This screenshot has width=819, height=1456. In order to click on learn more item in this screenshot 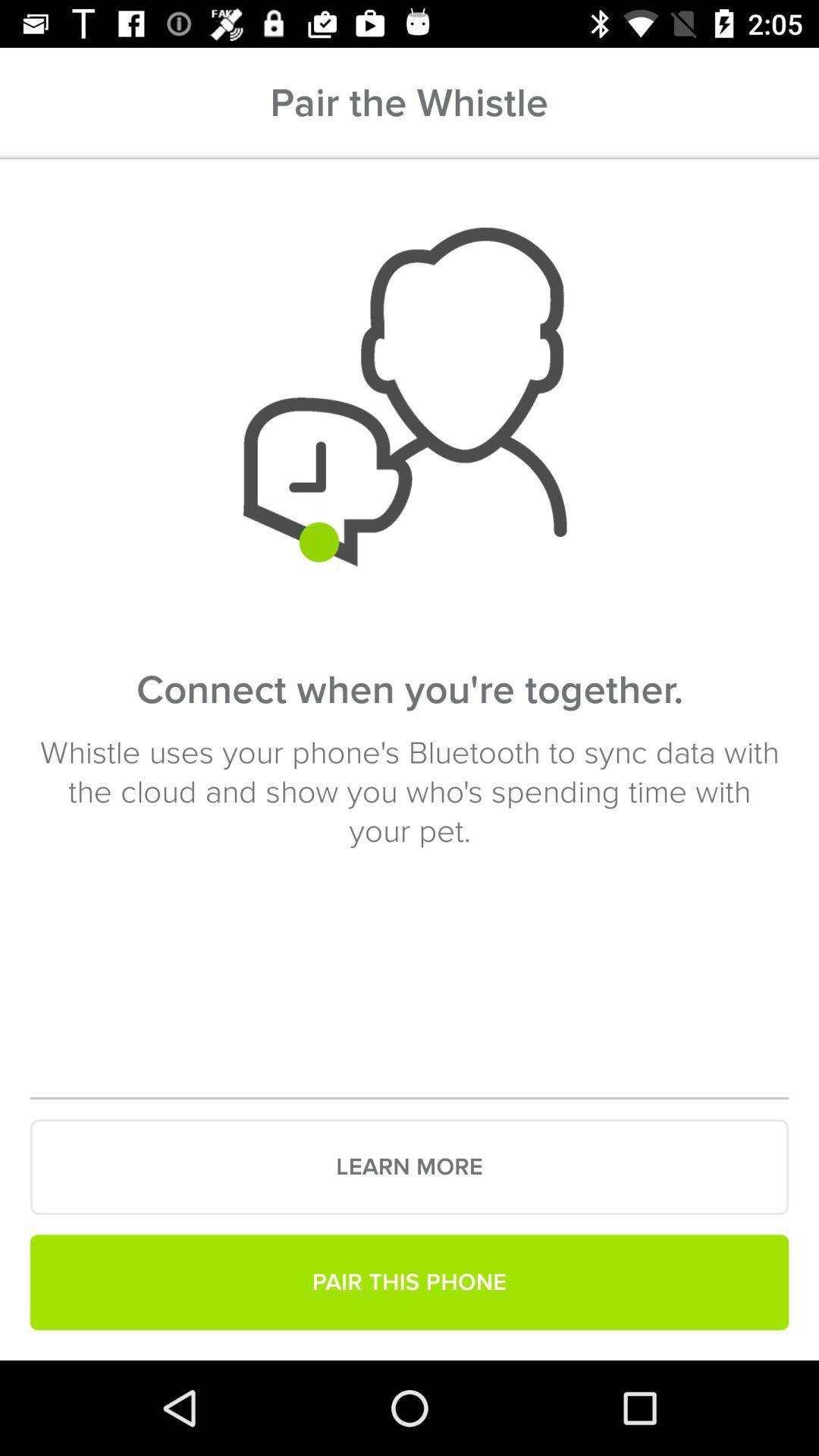, I will do `click(409, 1166)`.